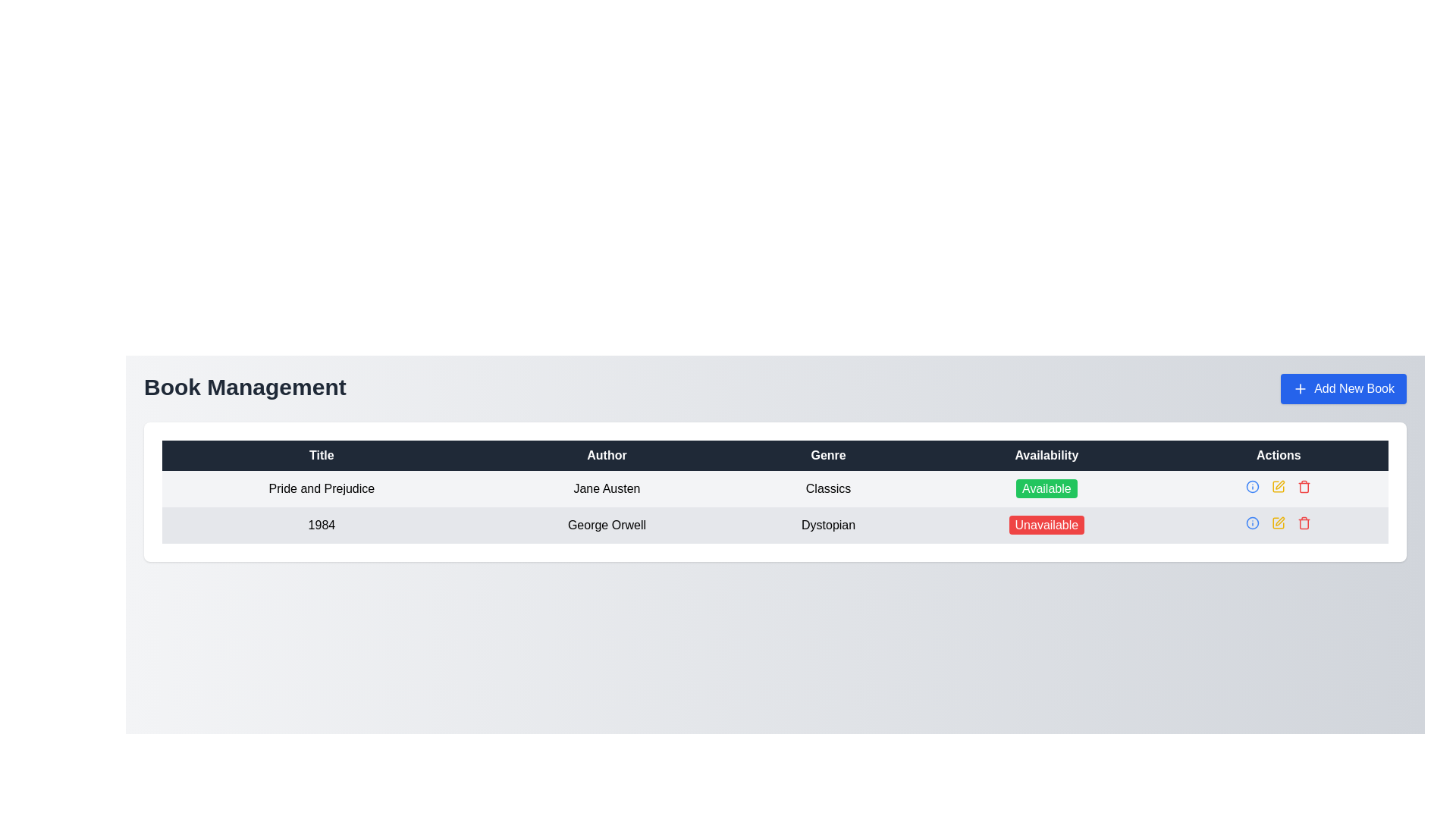 The image size is (1456, 819). What do you see at coordinates (775, 525) in the screenshot?
I see `information within the second row of the data table under the 'Book Management' section, which details the book '1984'` at bounding box center [775, 525].